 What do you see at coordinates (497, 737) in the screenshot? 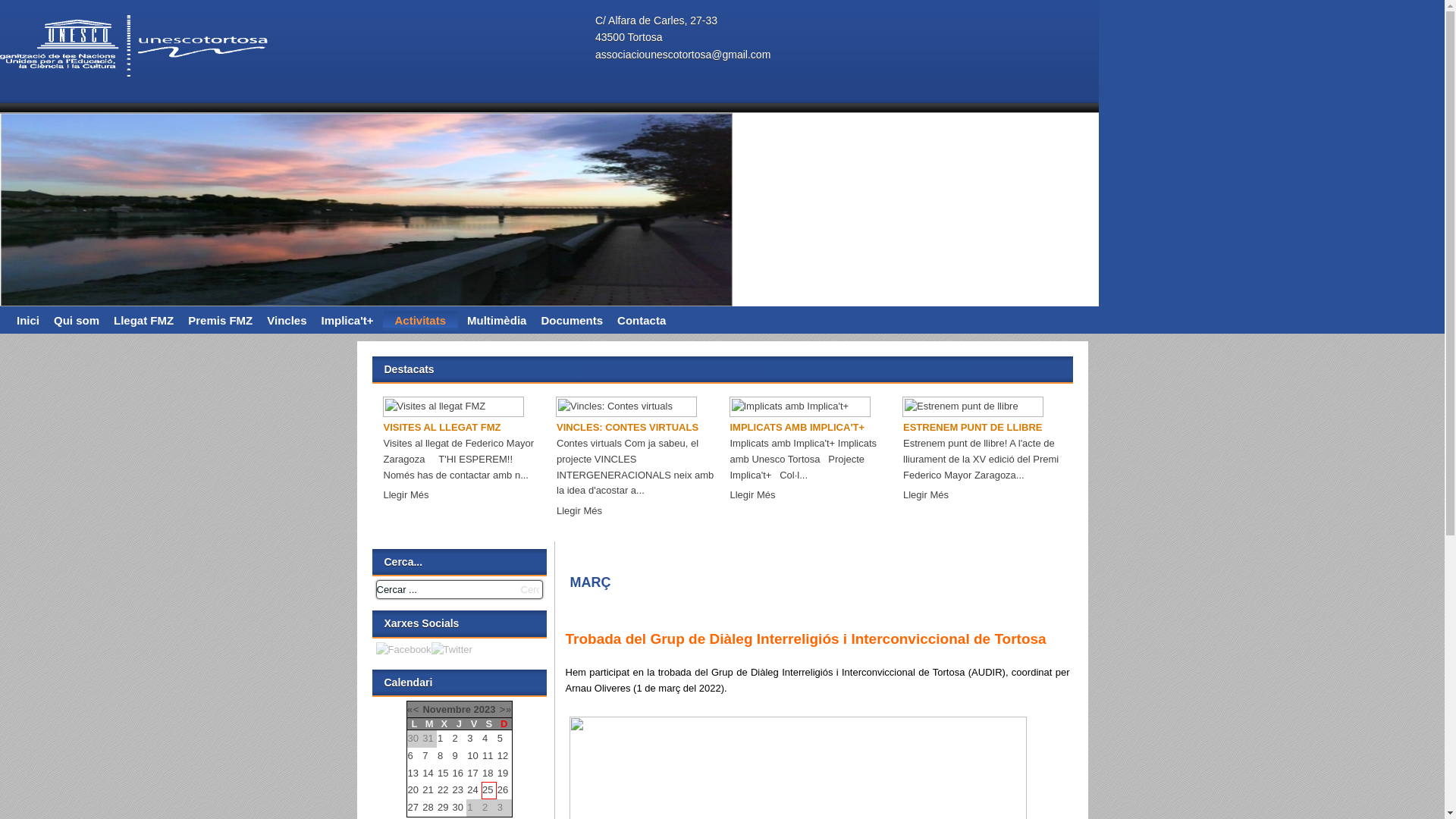
I see `'5'` at bounding box center [497, 737].